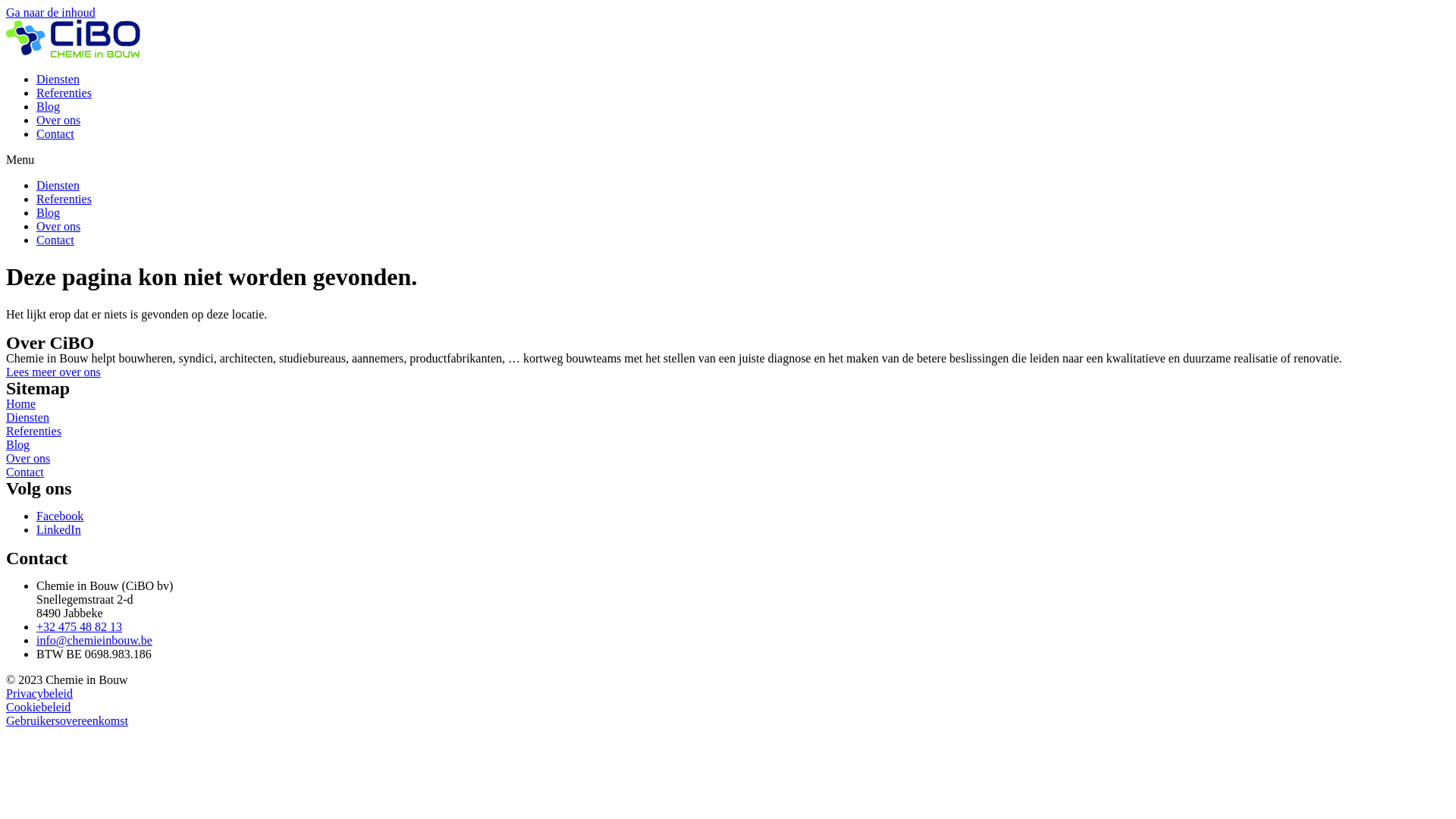  Describe the element at coordinates (6, 707) in the screenshot. I see `'Cookiebeleid'` at that location.